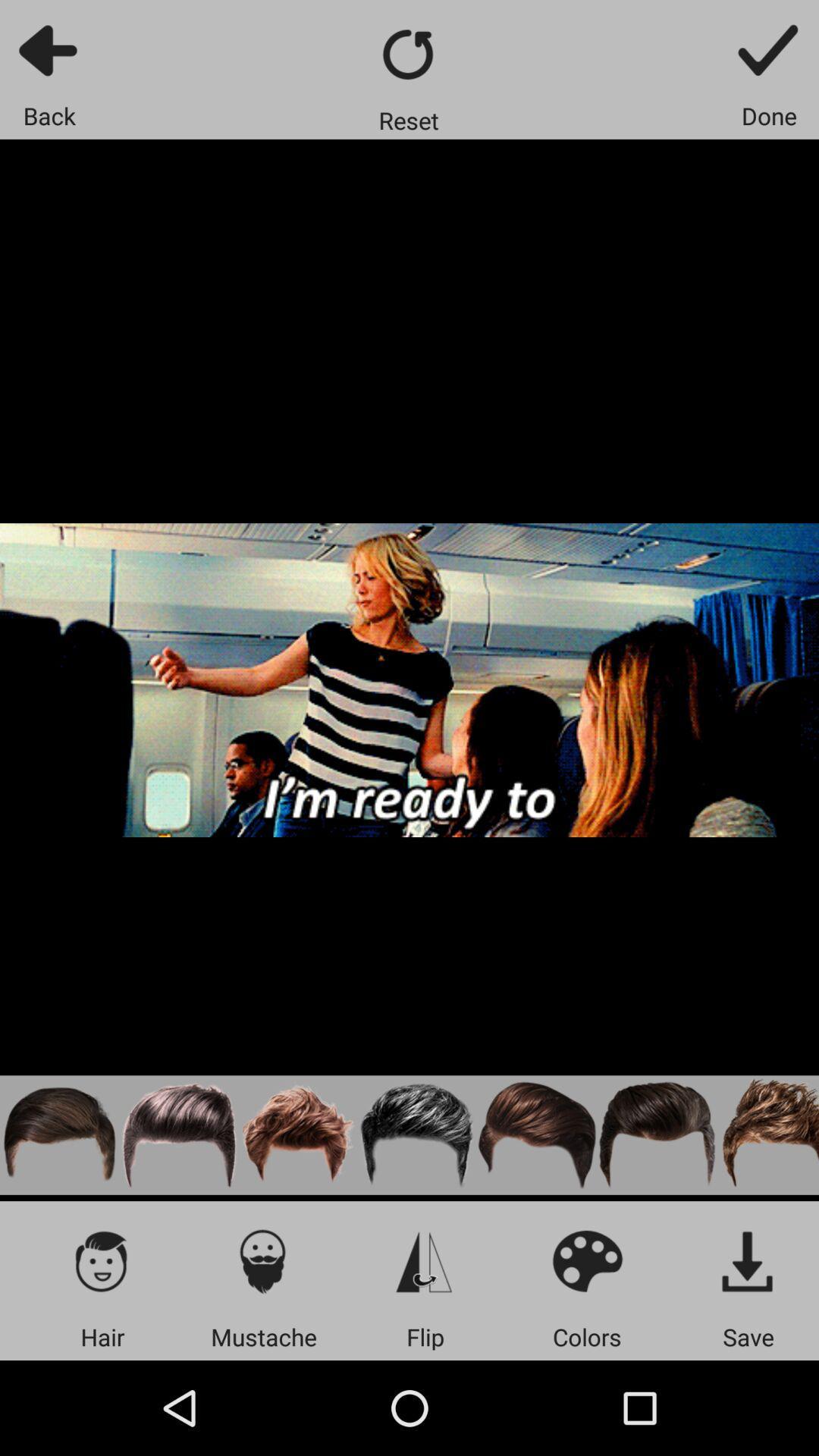  I want to click on go back, so click(49, 49).